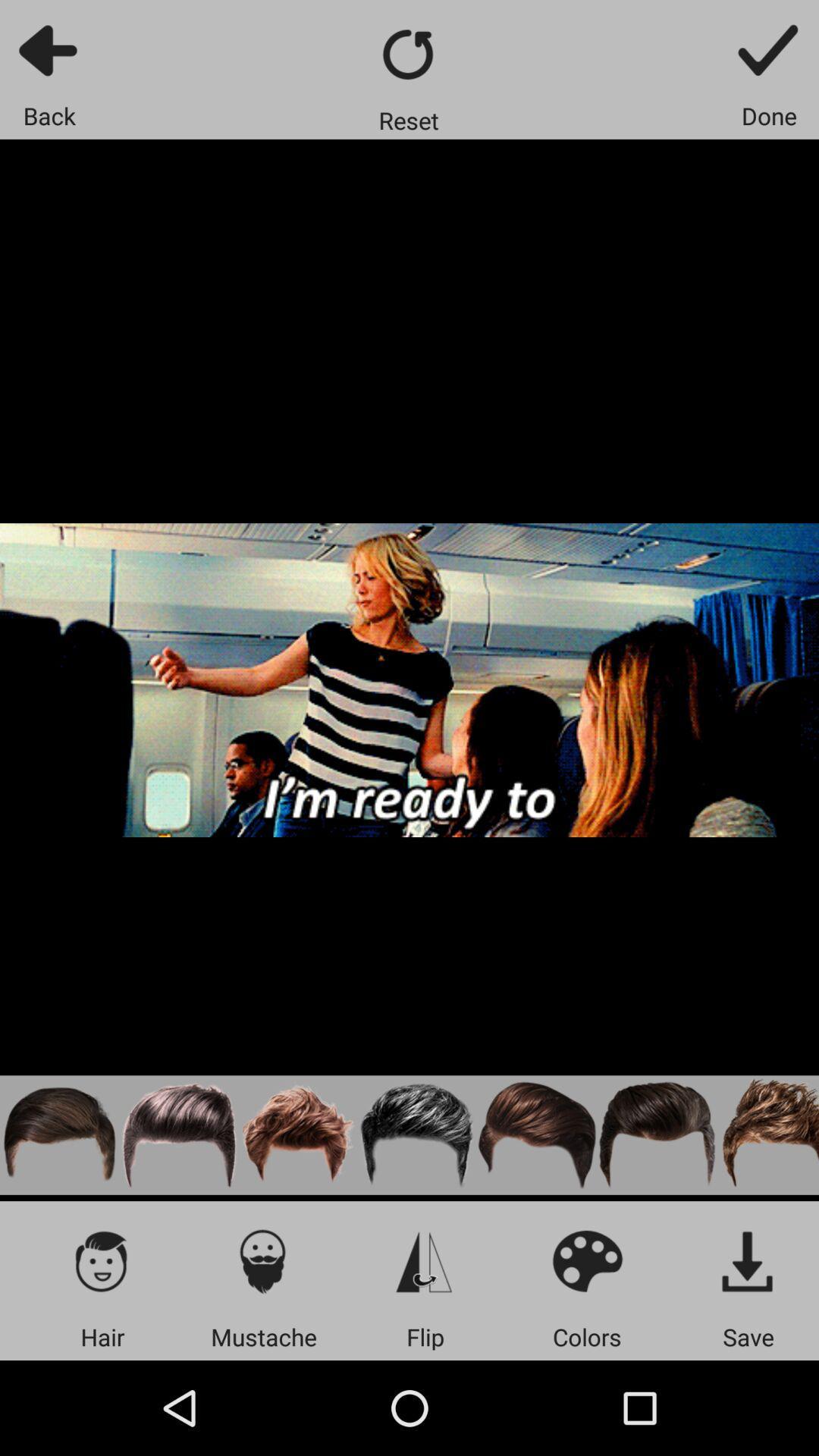  I want to click on go back, so click(49, 49).